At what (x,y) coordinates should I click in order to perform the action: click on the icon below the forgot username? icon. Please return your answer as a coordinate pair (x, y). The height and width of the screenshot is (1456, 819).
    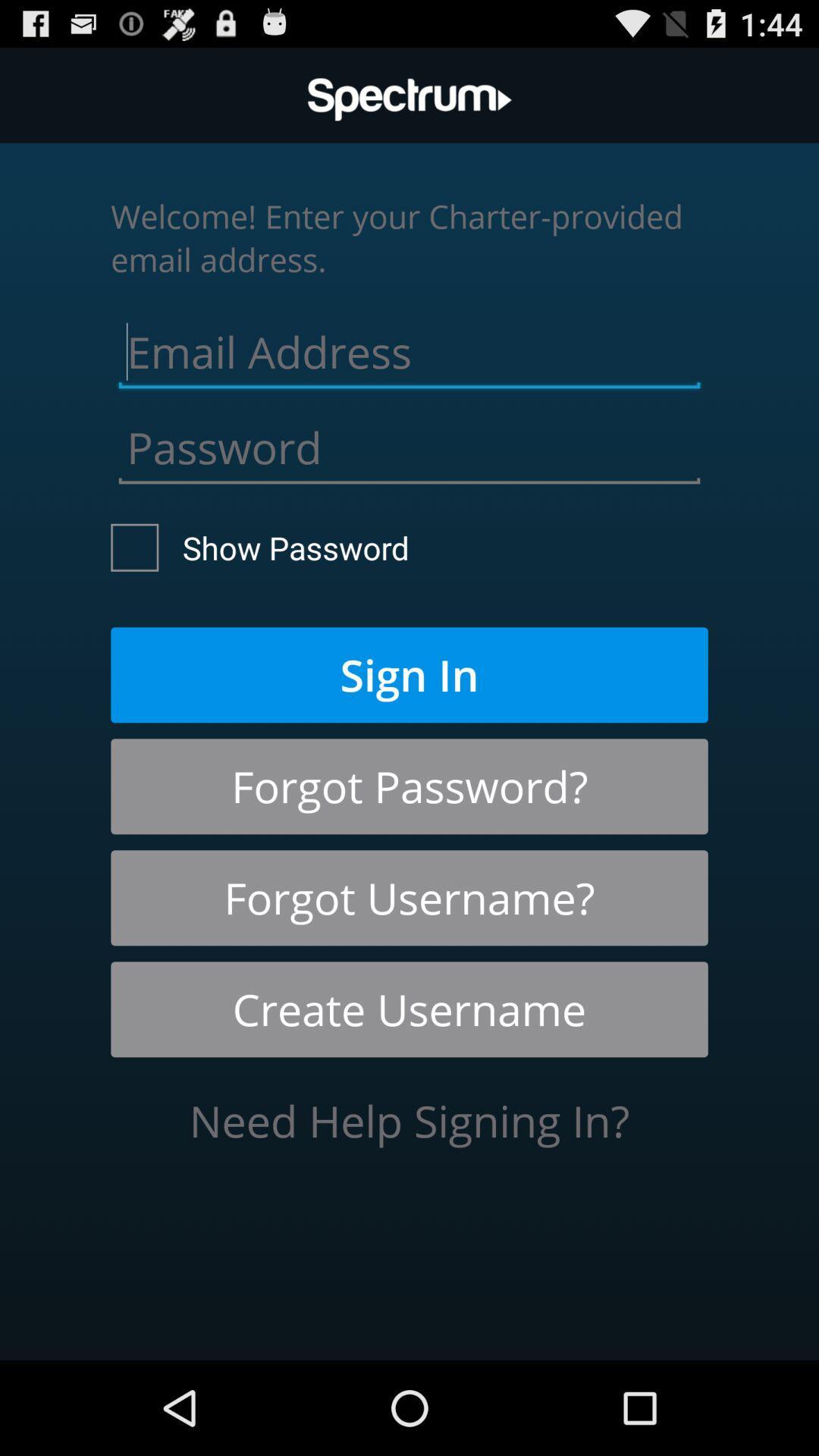
    Looking at the image, I should click on (409, 1009).